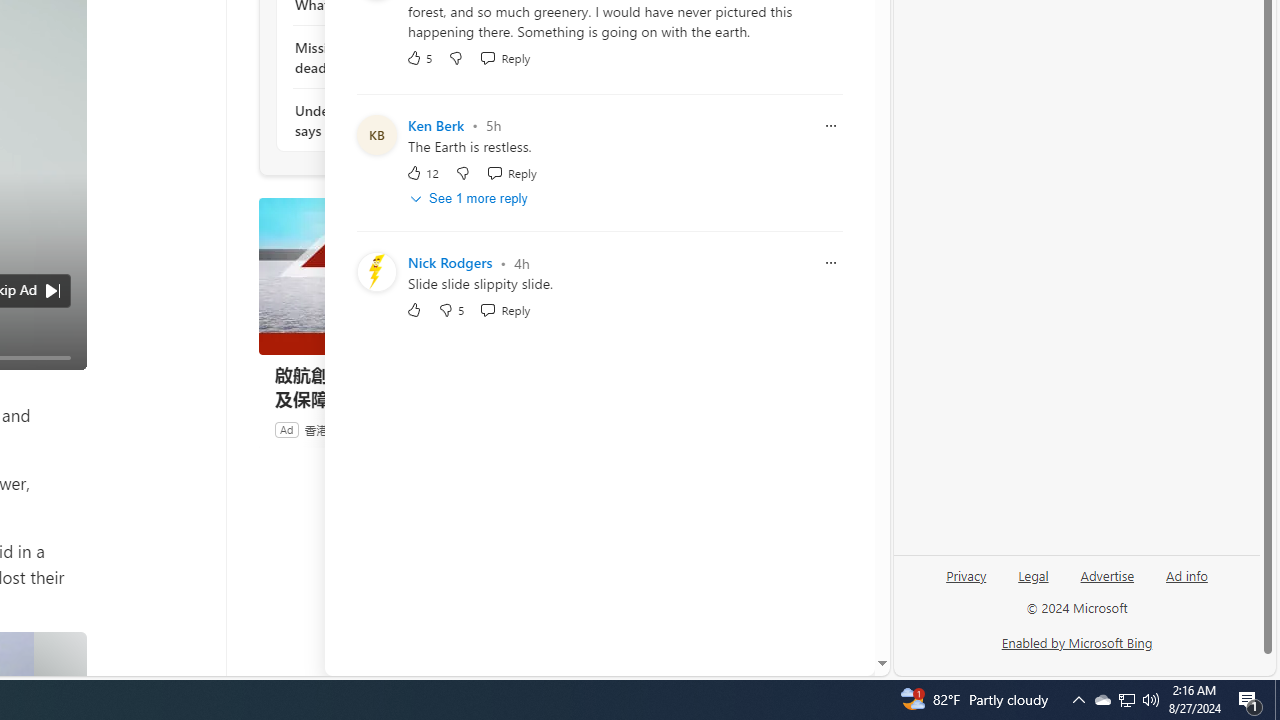 The image size is (1280, 720). What do you see at coordinates (421, 171) in the screenshot?
I see `'12 Like'` at bounding box center [421, 171].